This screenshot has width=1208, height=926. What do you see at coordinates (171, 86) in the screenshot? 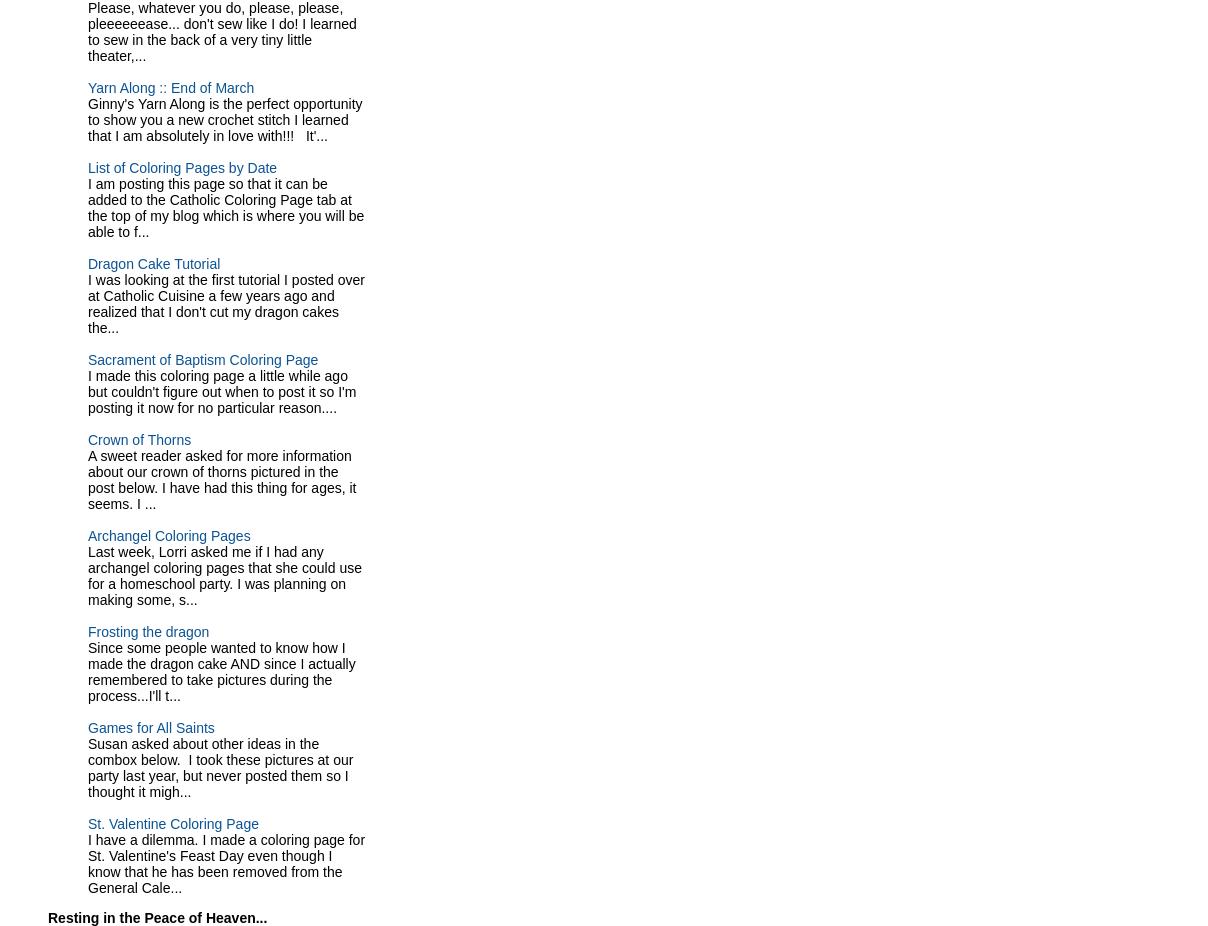
I see `'Yarn Along :: End of March'` at bounding box center [171, 86].